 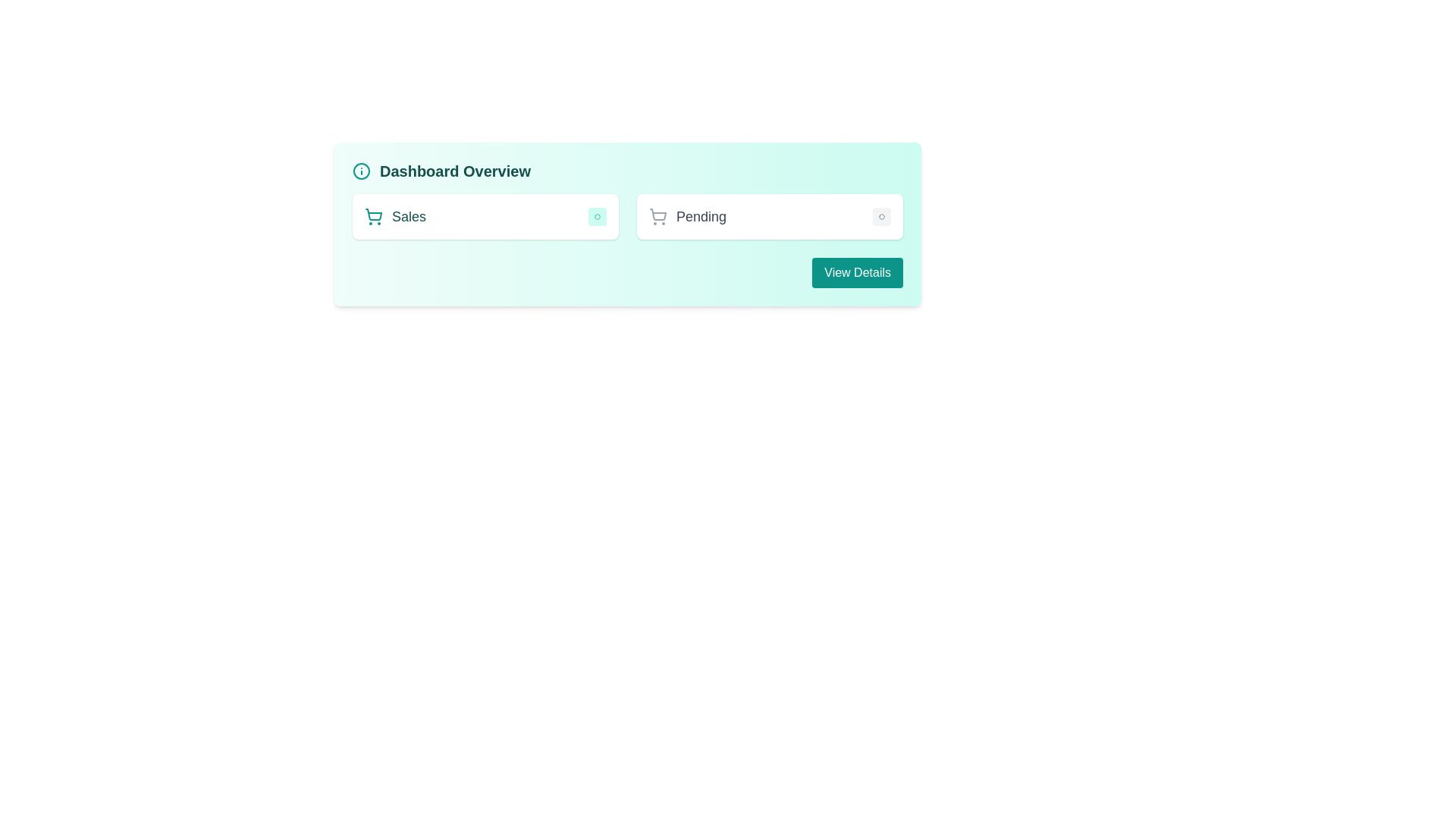 I want to click on the shopping cart icon that represents pending shopping activities, located on the right-hand side of the interface near the 'Pending' text, so click(x=658, y=216).